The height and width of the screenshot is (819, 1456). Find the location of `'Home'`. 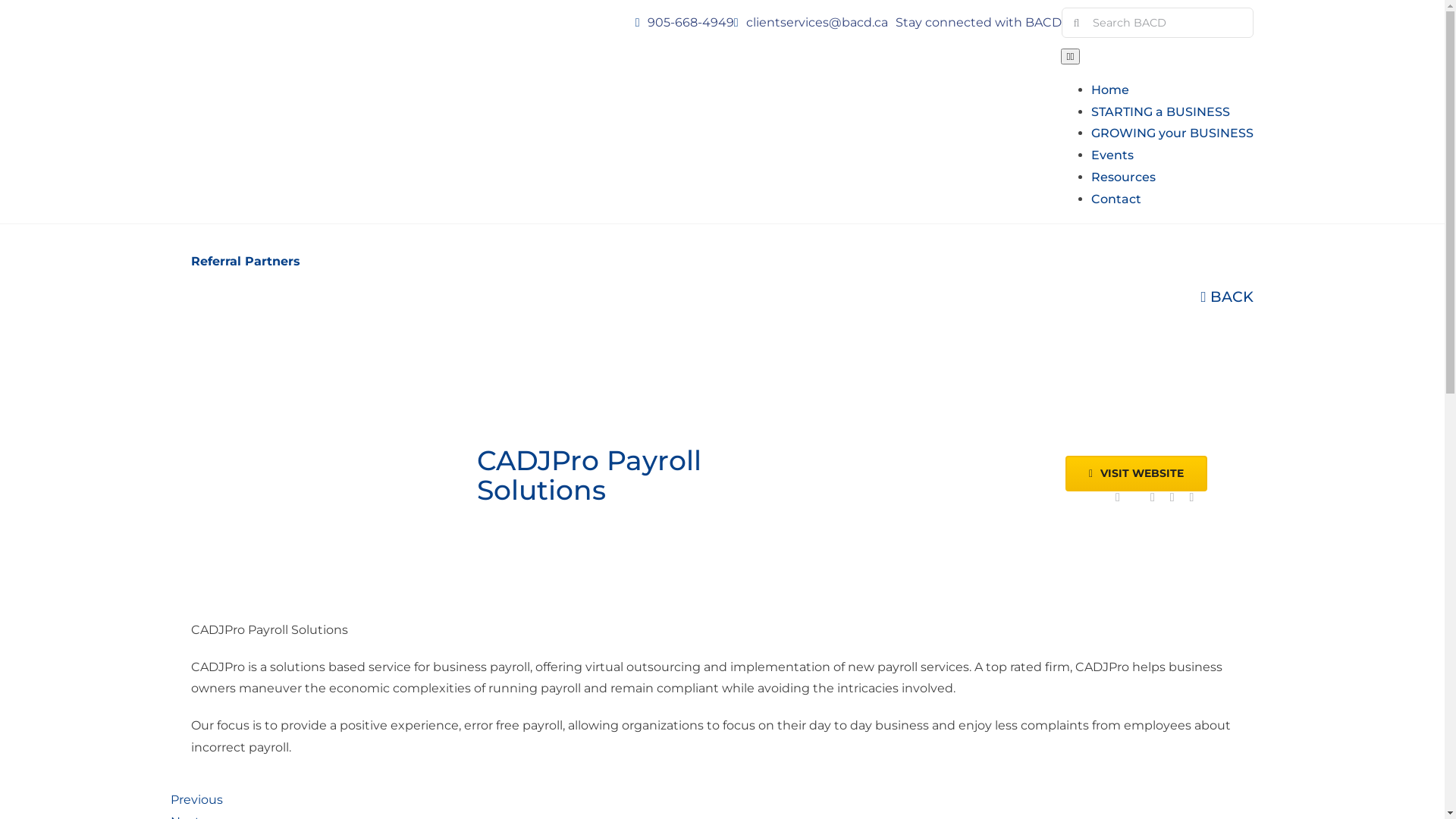

'Home' is located at coordinates (1110, 89).